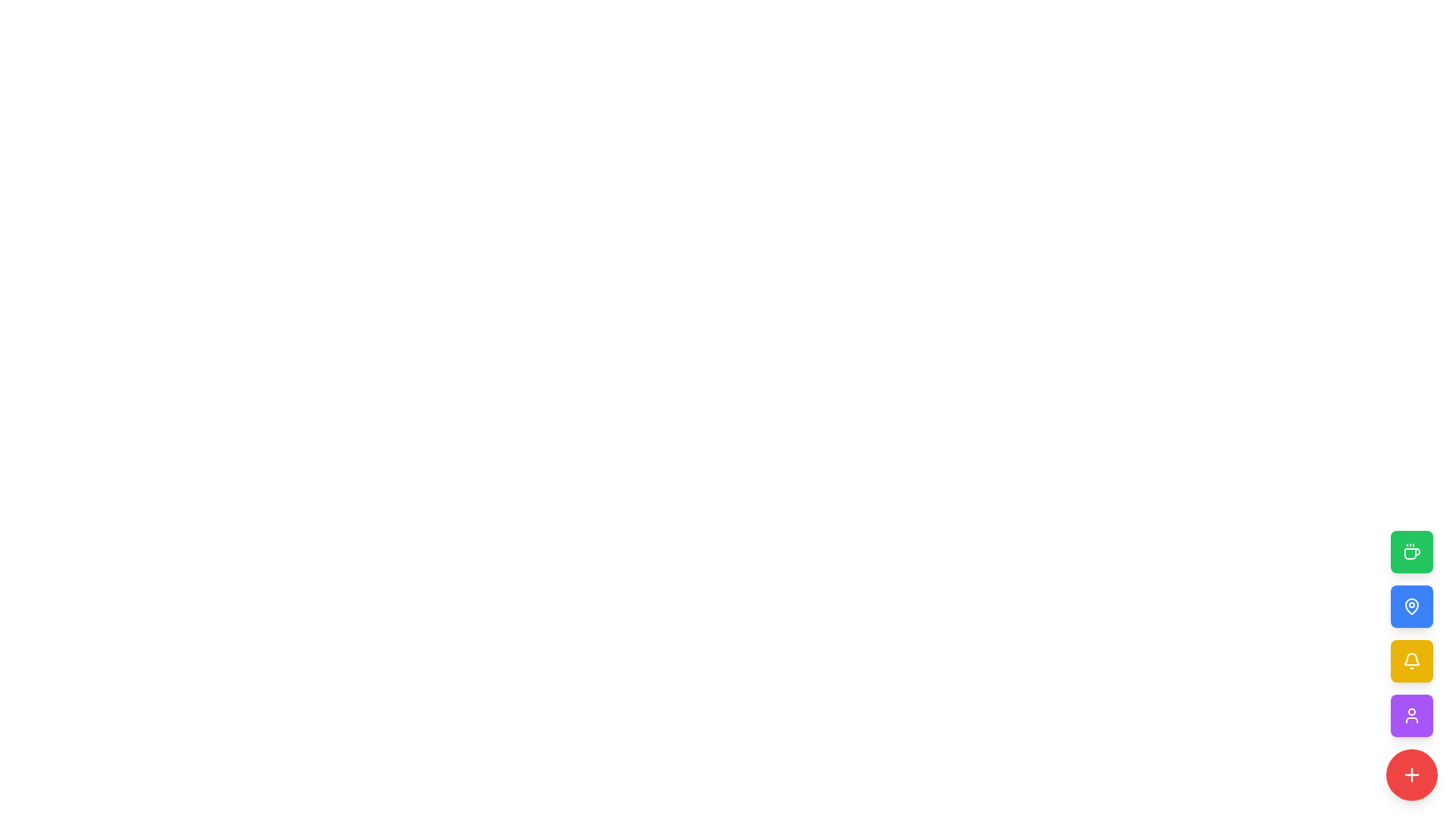  Describe the element at coordinates (1411, 605) in the screenshot. I see `the button located directly below the green coffee cup button and above the yellow bell button` at that location.